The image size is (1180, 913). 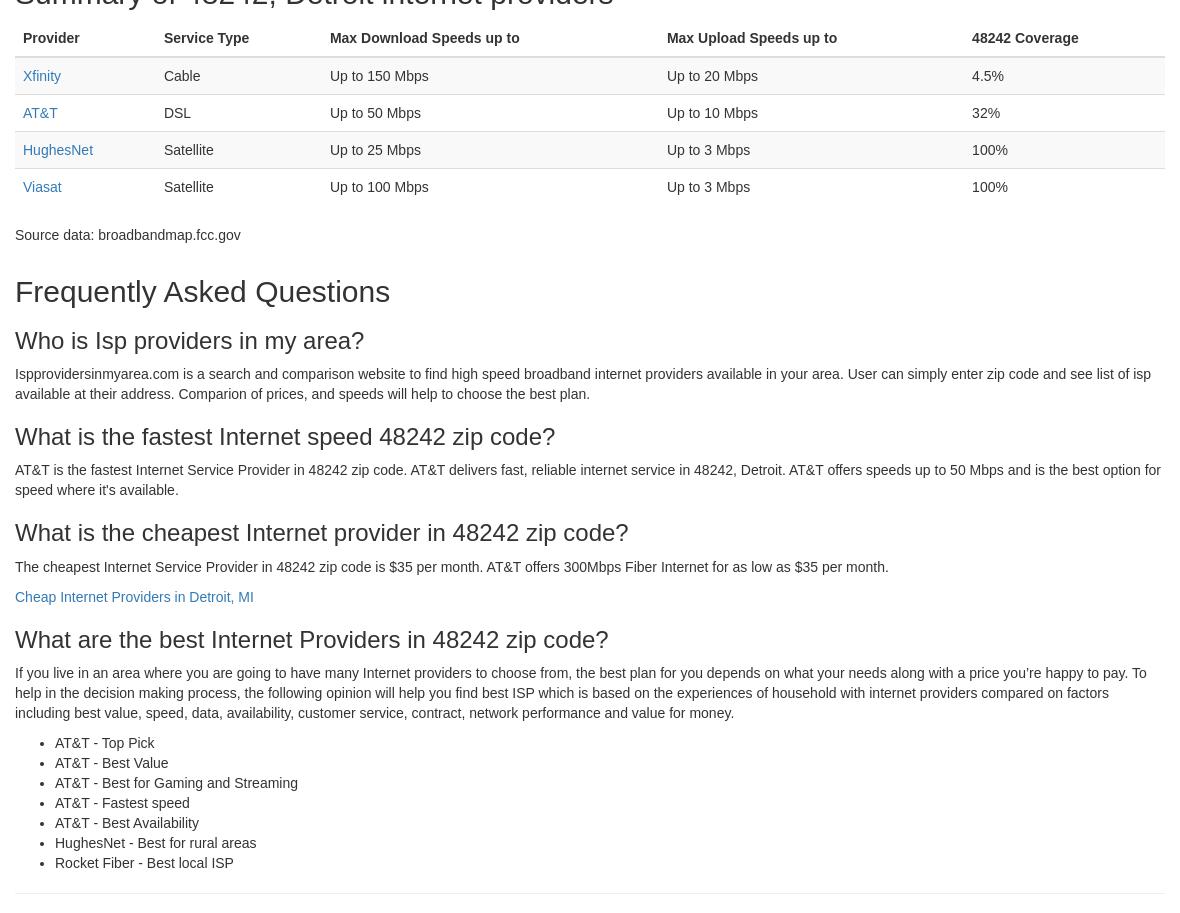 I want to click on 'HughesNet', so click(x=57, y=148).